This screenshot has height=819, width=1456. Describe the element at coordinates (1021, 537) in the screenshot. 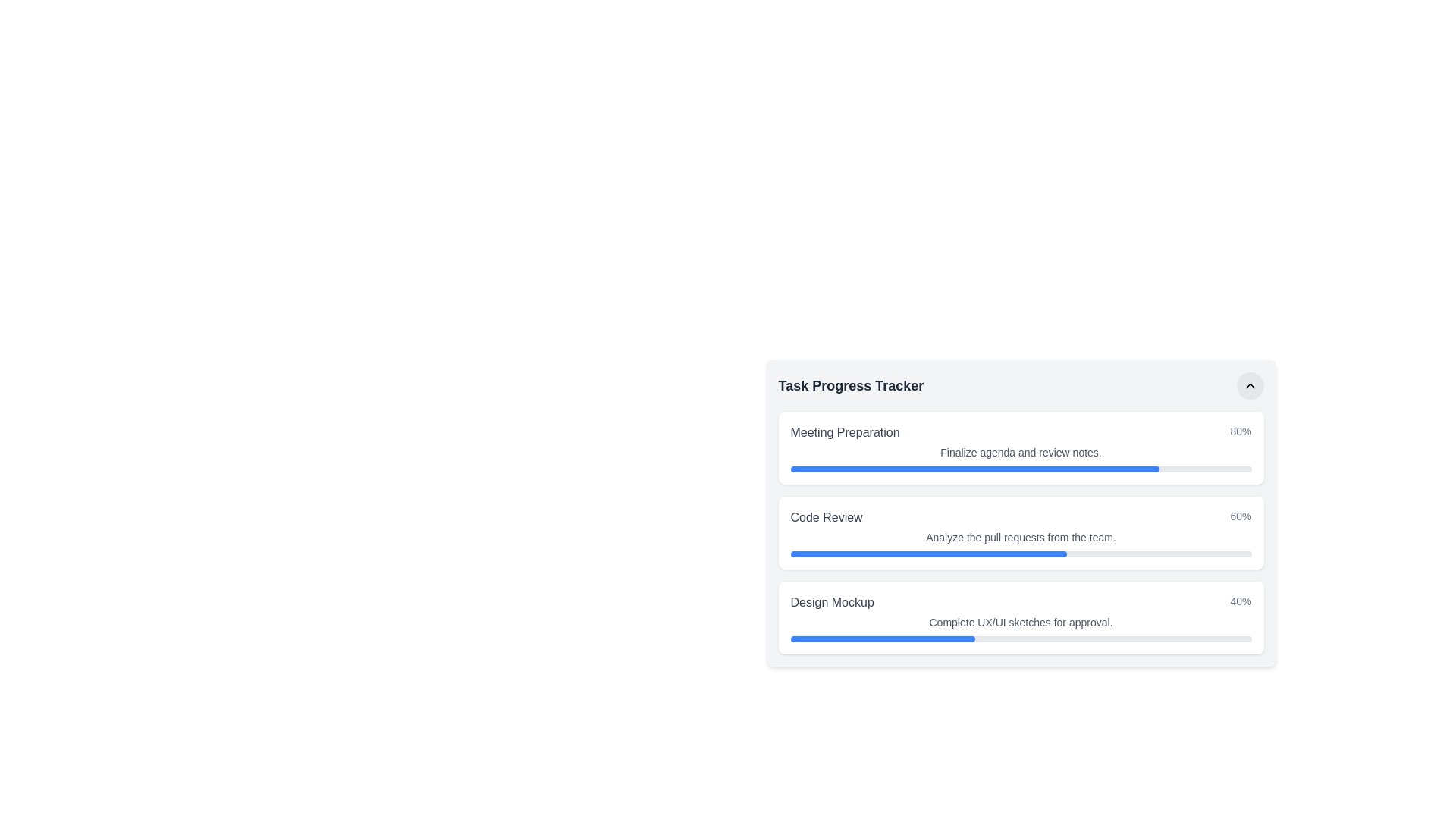

I see `the text block displaying 'Analyze the pull requests from the team.' which is styled as smaller gray text located below the 'Code Review' text in the progress card under 'Task Progress Tracker.'` at that location.